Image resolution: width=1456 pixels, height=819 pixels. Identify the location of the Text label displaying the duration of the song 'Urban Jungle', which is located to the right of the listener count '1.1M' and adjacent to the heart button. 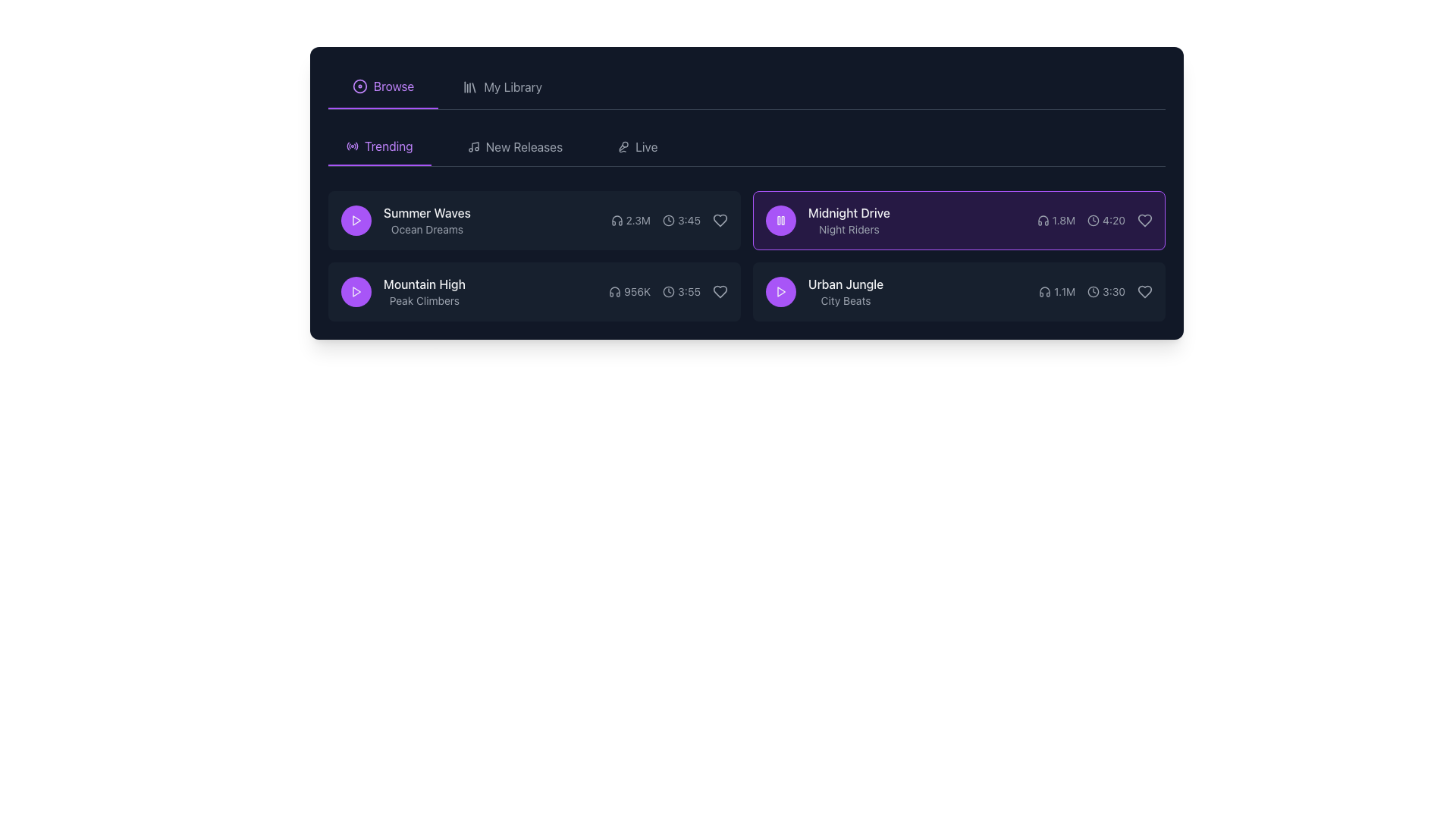
(1106, 292).